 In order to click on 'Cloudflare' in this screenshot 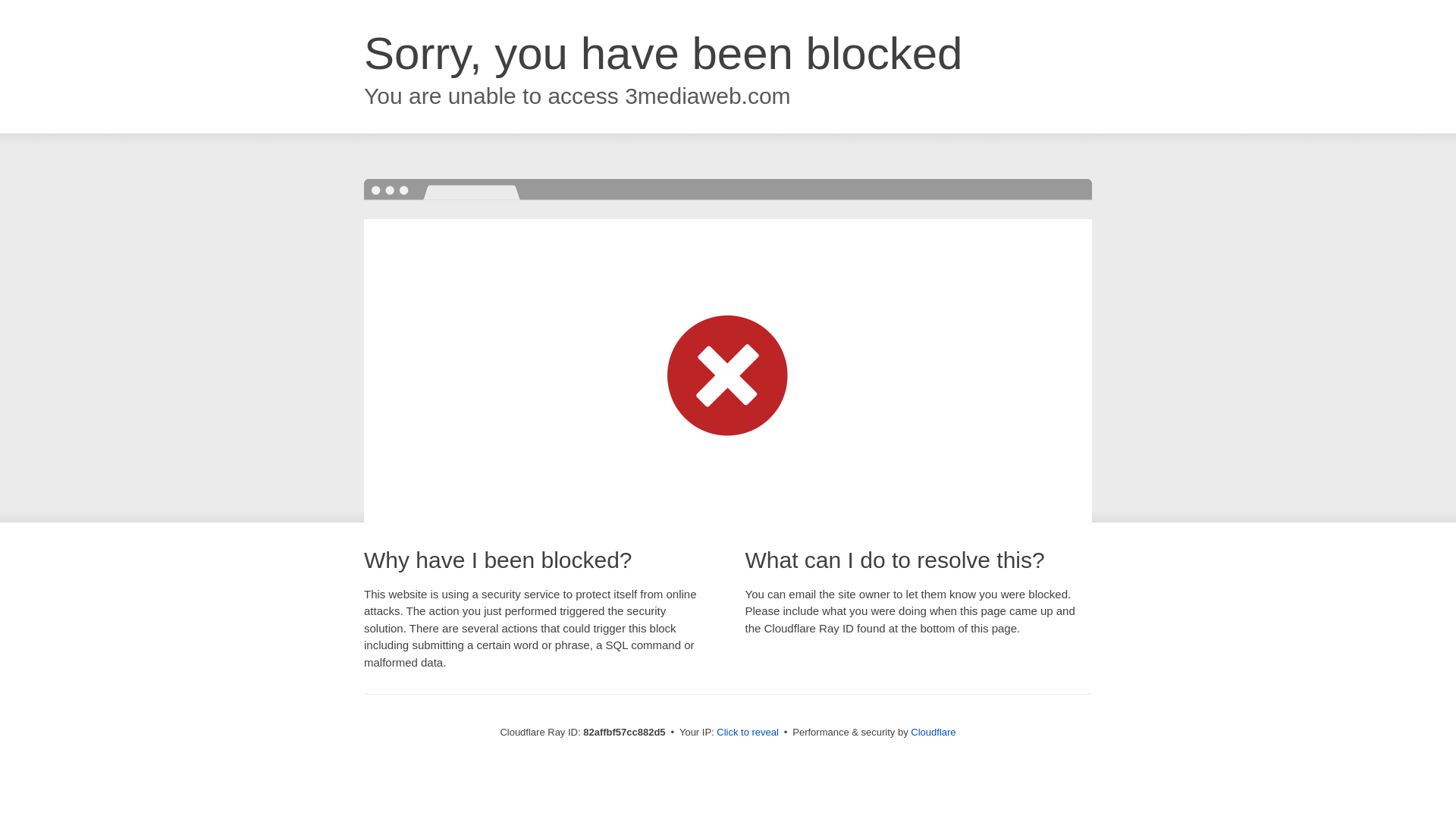, I will do `click(932, 731)`.